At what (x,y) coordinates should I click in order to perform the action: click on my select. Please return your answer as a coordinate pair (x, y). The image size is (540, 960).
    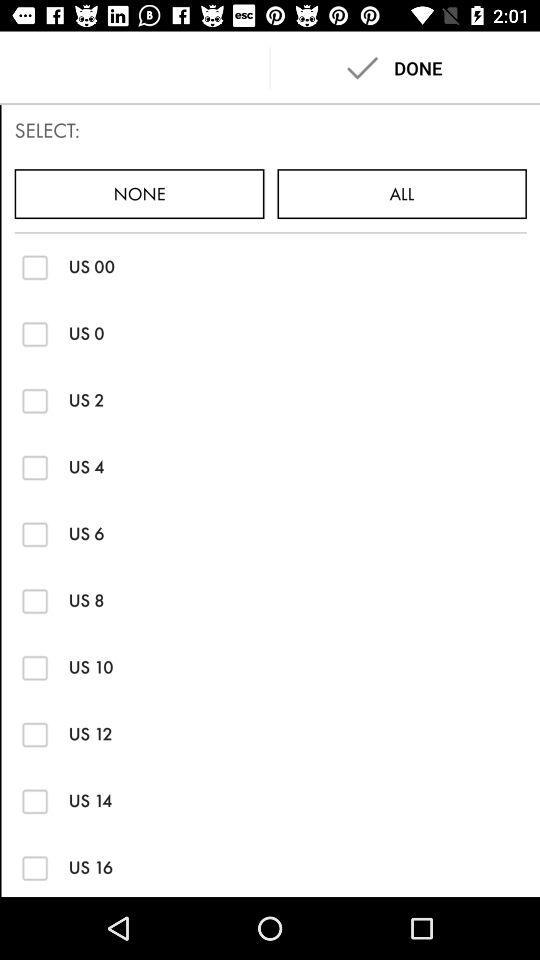
    Looking at the image, I should click on (35, 733).